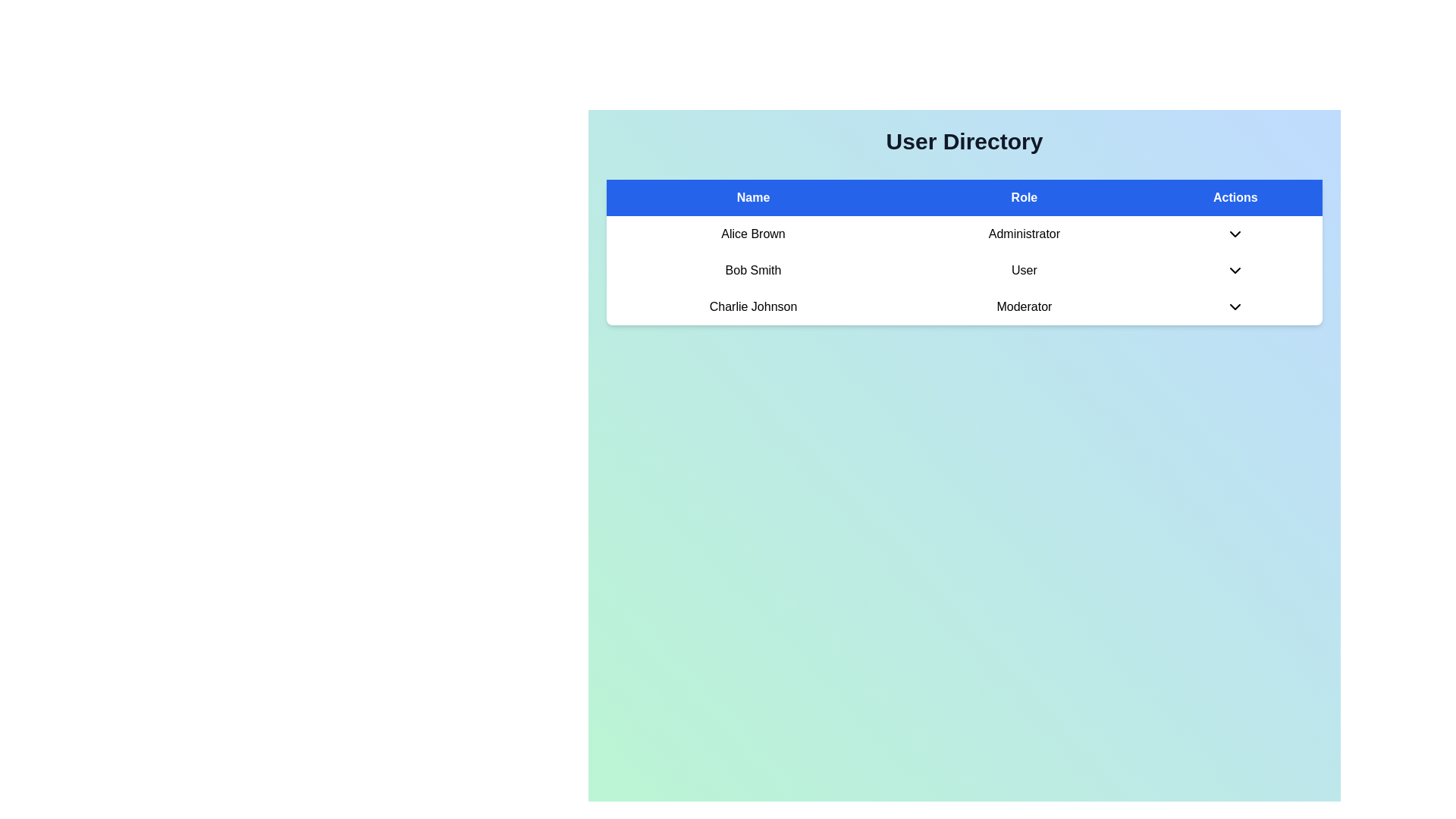 Image resolution: width=1456 pixels, height=819 pixels. Describe the element at coordinates (1024, 270) in the screenshot. I see `the text label indicating 'User' for the user 'Bob Smith' in the Role column of the user table, which is positioned in the second row` at that location.